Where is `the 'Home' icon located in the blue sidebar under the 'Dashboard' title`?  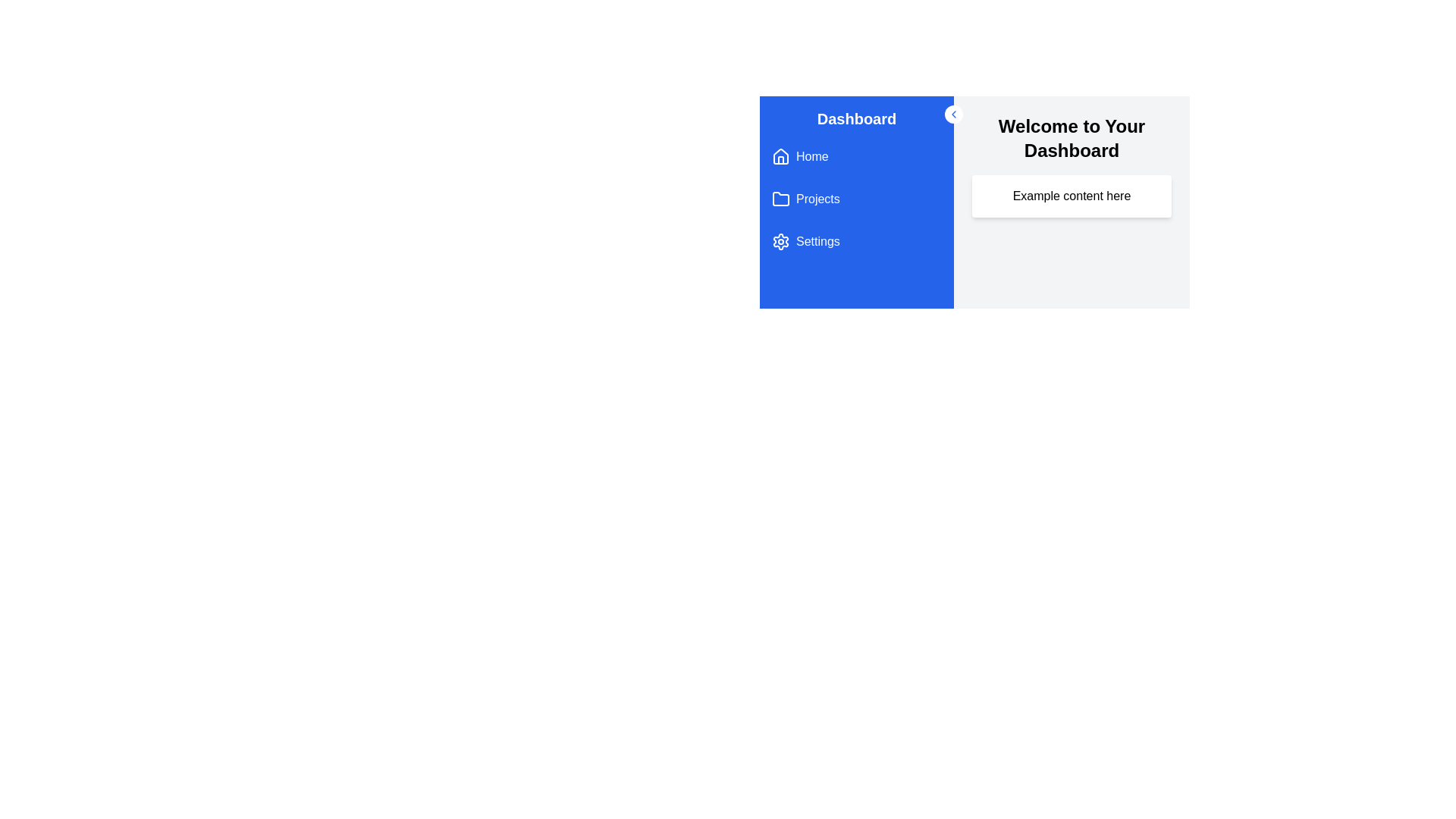
the 'Home' icon located in the blue sidebar under the 'Dashboard' title is located at coordinates (781, 157).